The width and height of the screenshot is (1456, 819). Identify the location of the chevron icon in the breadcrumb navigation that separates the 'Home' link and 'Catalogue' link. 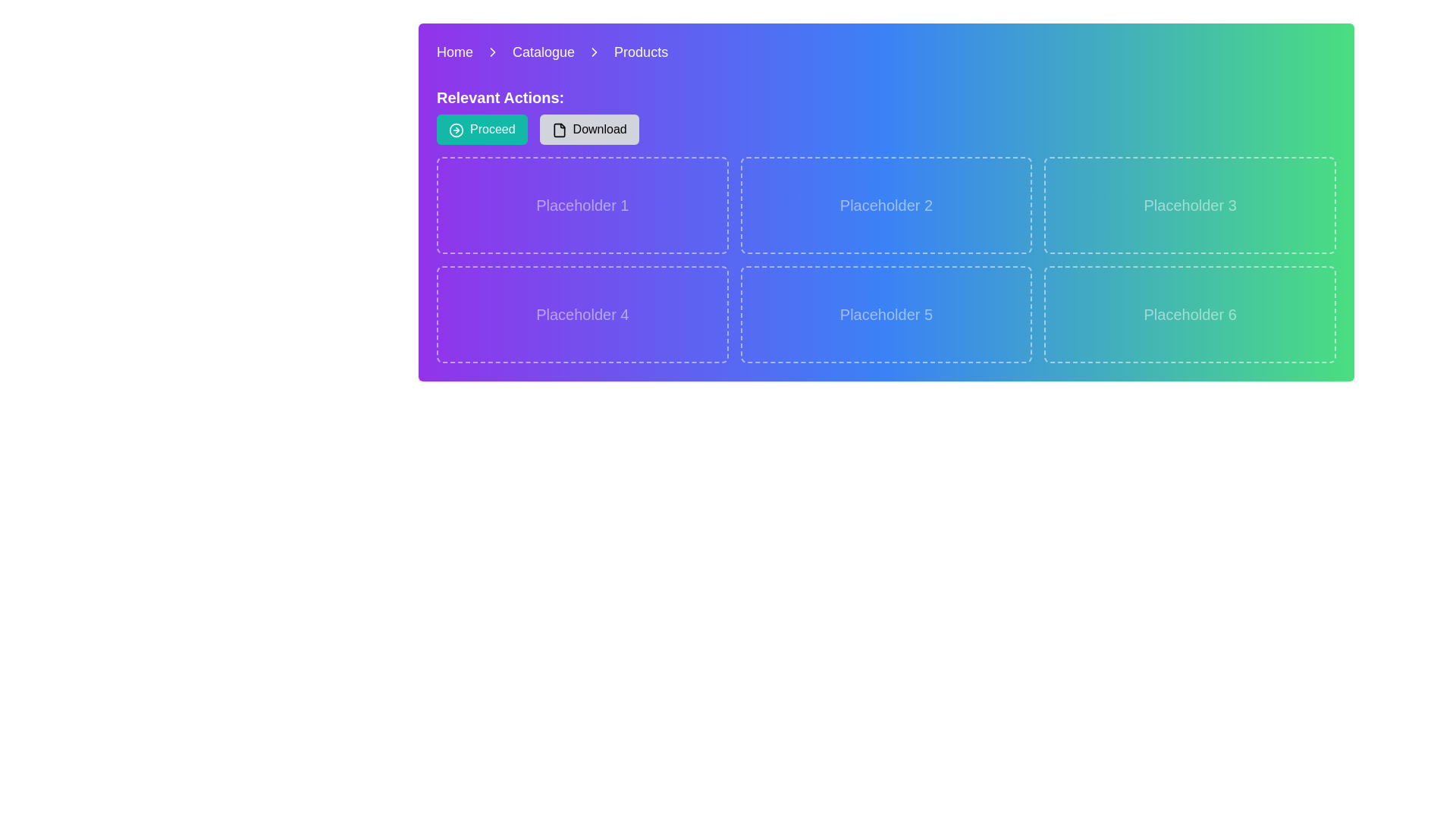
(493, 52).